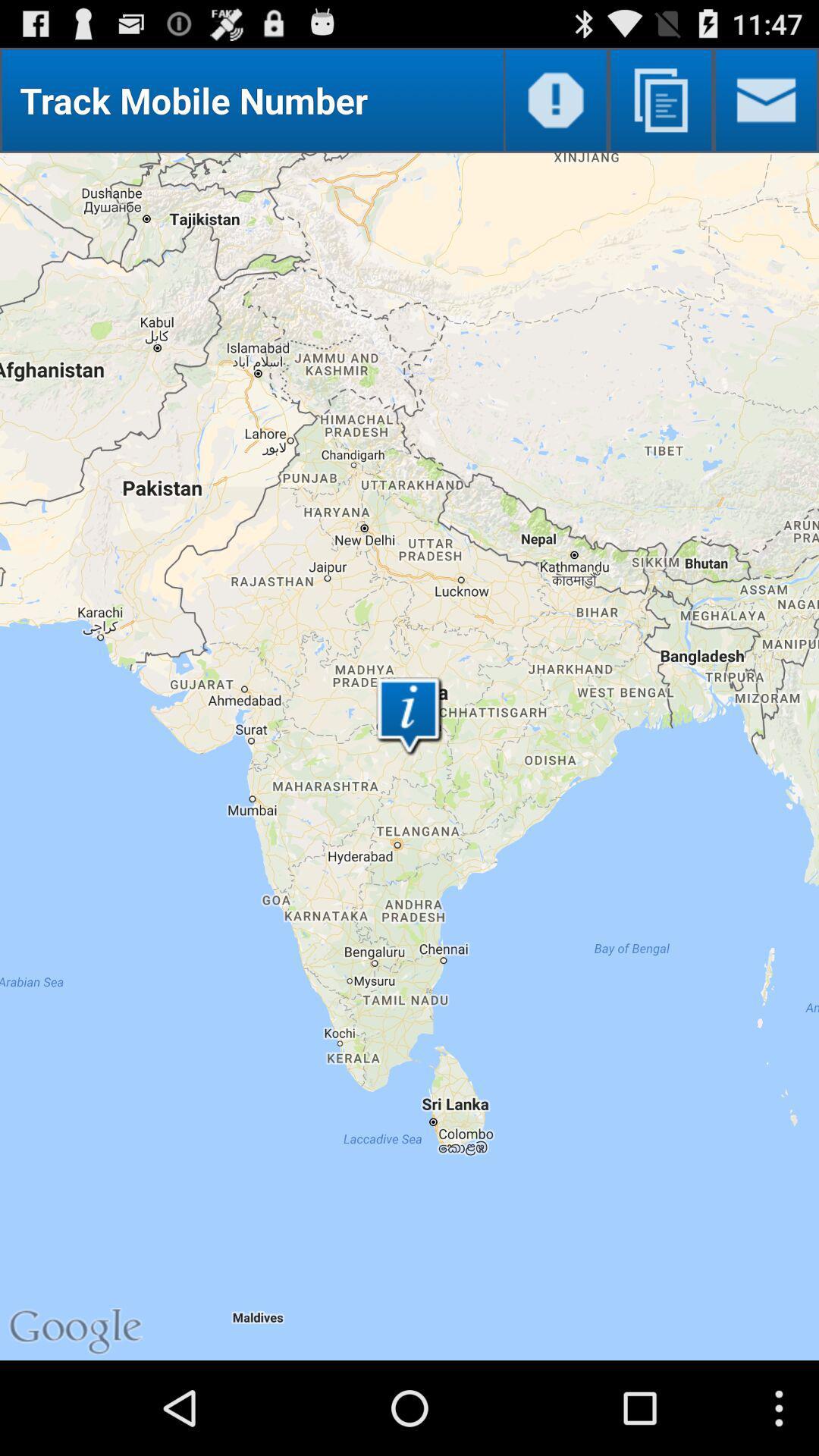 The width and height of the screenshot is (819, 1456). What do you see at coordinates (766, 99) in the screenshot?
I see `new message` at bounding box center [766, 99].